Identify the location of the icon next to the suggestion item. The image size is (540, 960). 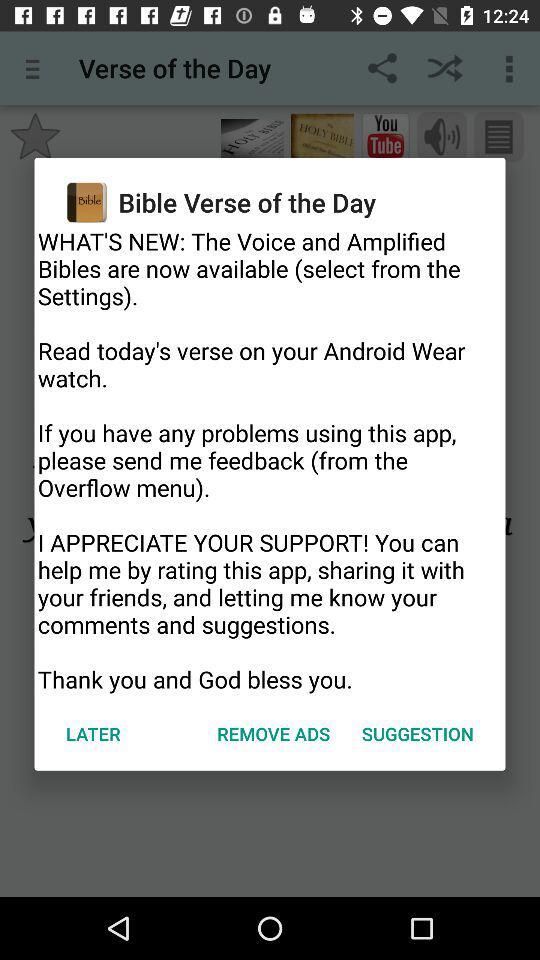
(272, 732).